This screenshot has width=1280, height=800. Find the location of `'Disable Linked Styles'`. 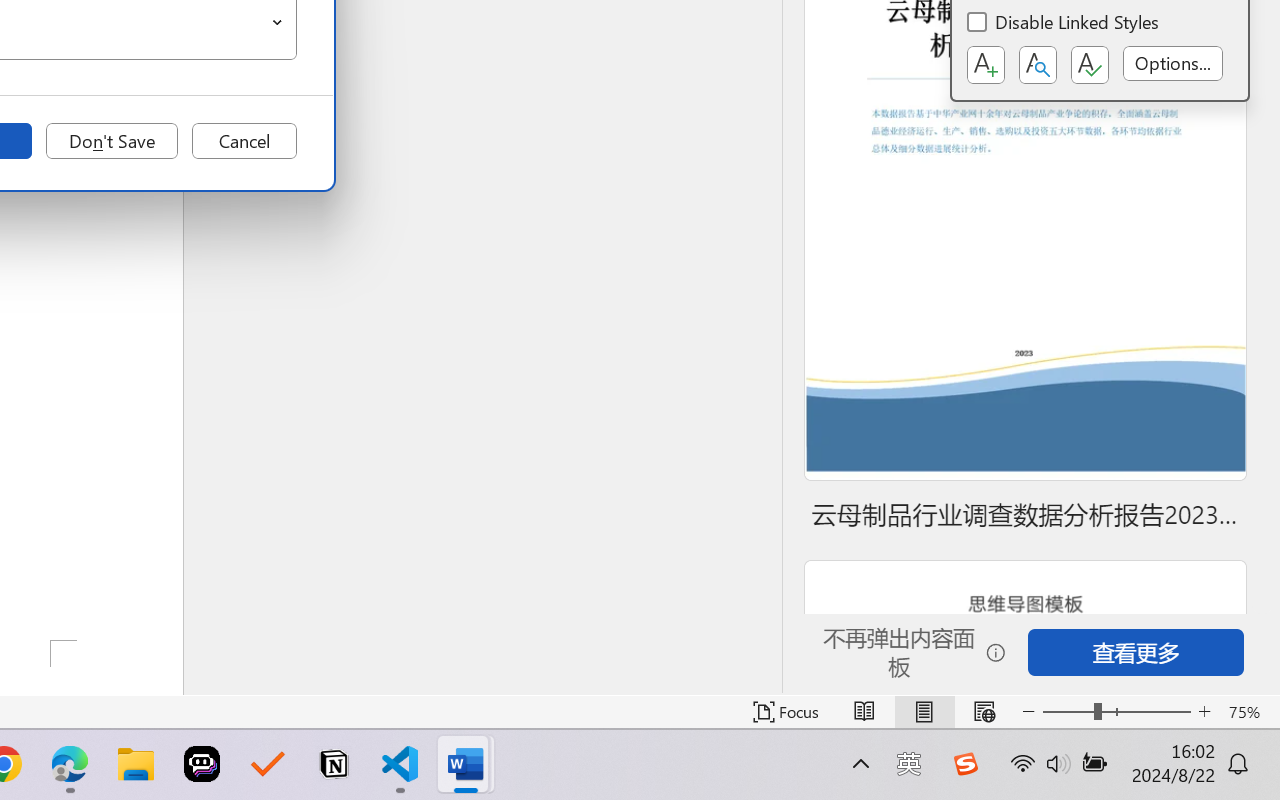

'Disable Linked Styles' is located at coordinates (1063, 25).